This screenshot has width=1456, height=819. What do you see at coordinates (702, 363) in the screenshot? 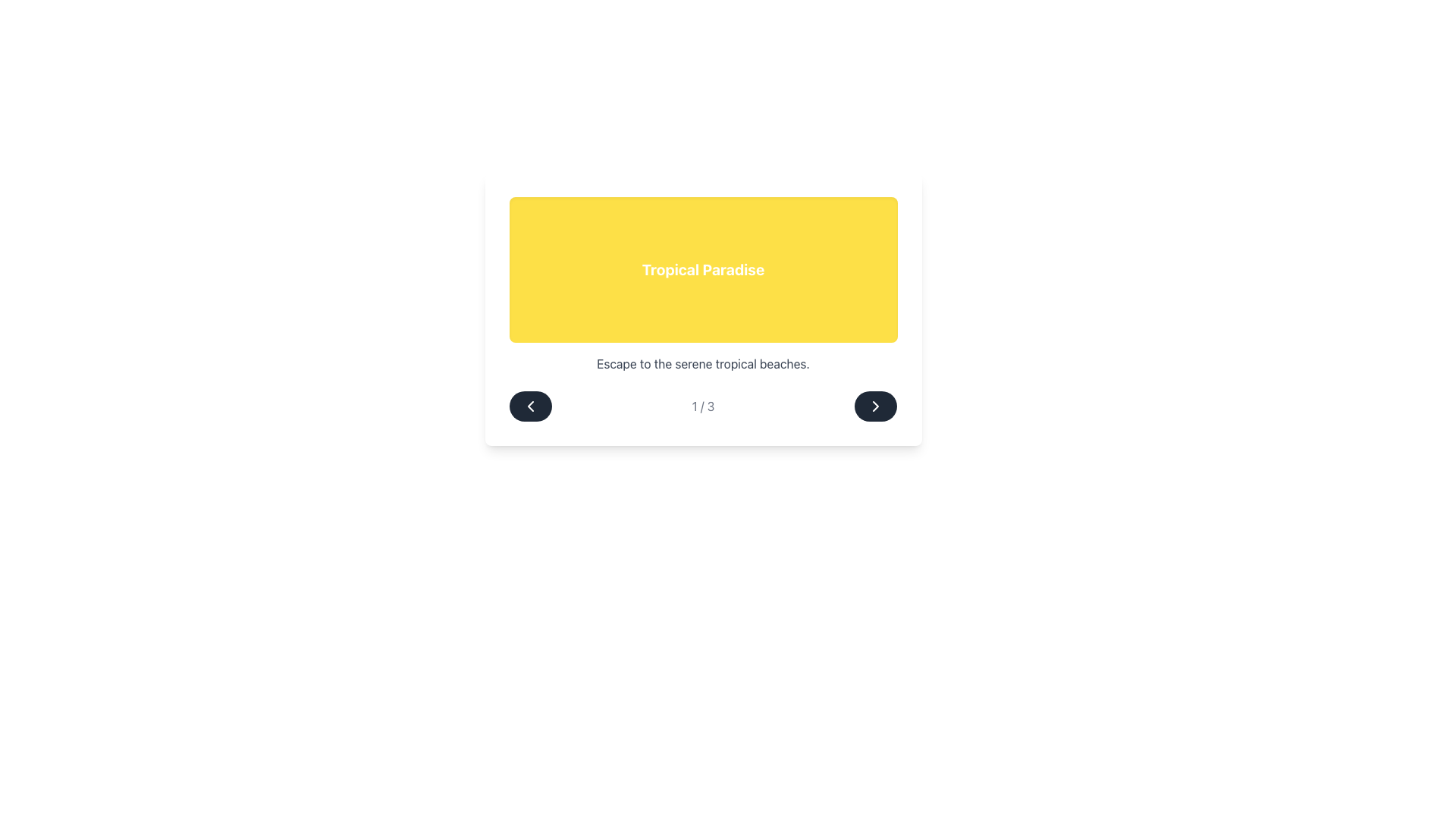
I see `the line of text that reads 'Escape to the serene tropical beaches', which is styled with a centered alignment and medium gray color, located directly below the yellow-highlighted title 'Tropical Paradise'` at bounding box center [702, 363].